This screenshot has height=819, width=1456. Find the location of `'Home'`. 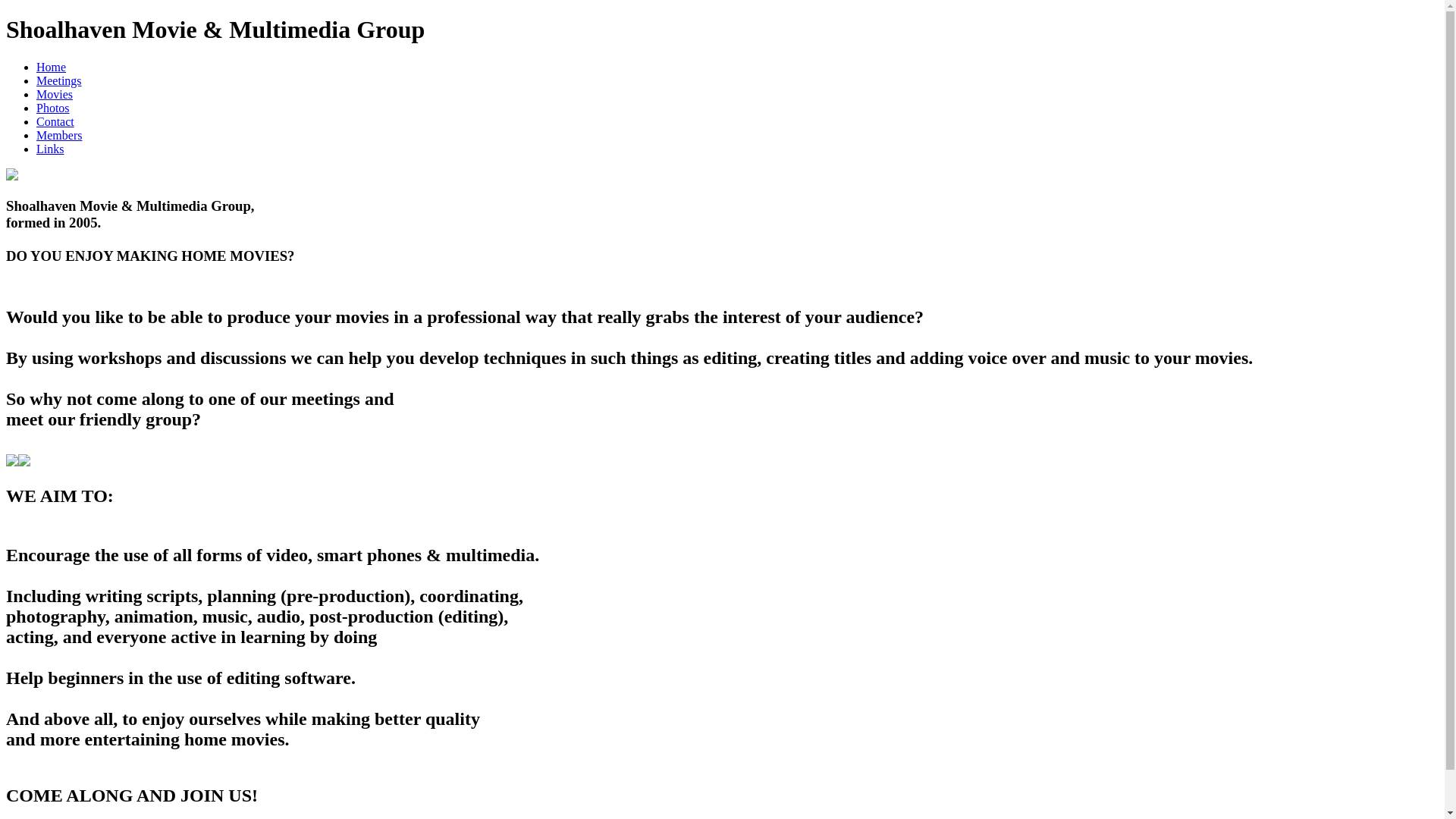

'Home' is located at coordinates (51, 66).